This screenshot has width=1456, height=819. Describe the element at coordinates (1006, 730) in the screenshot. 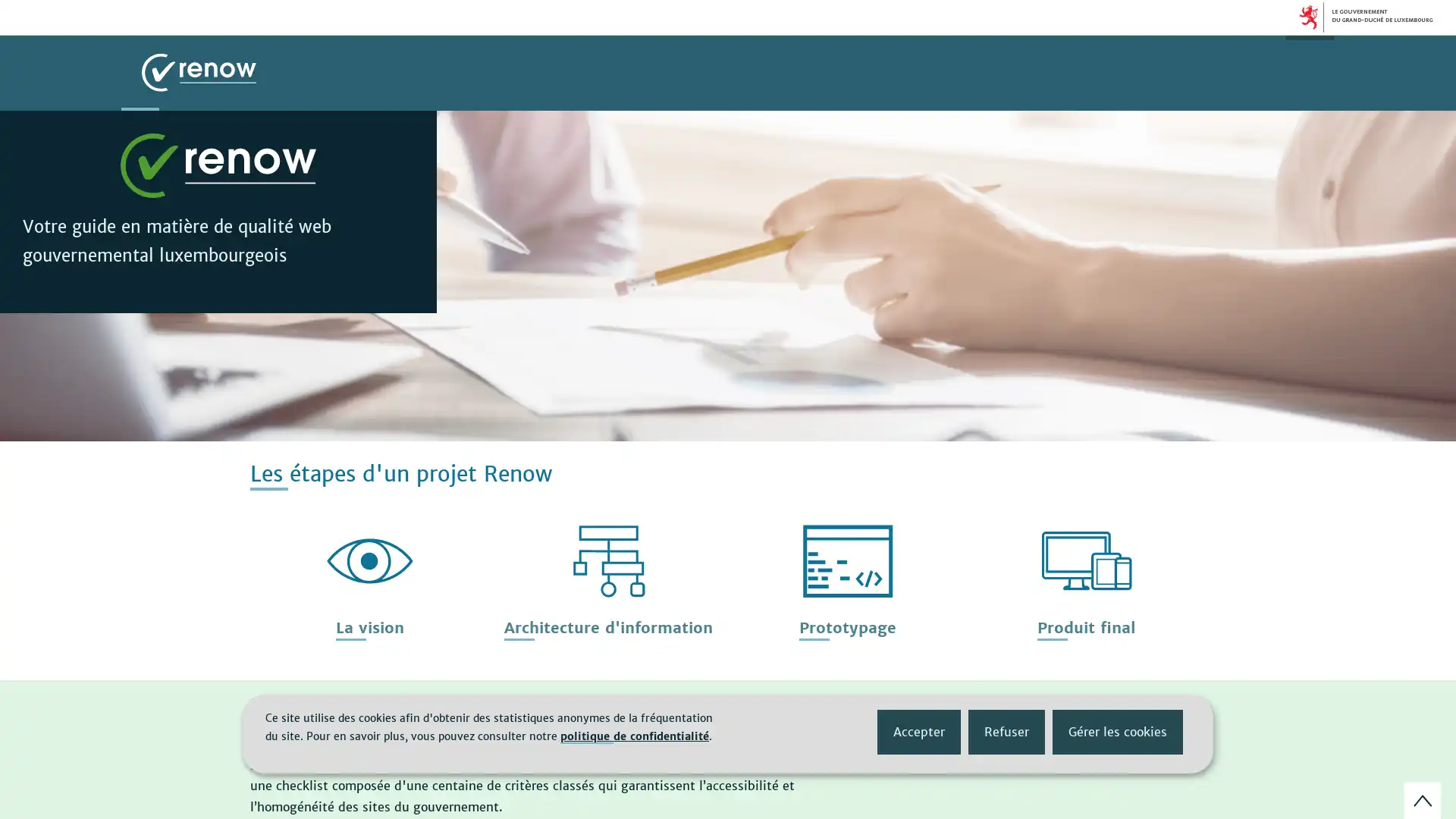

I see `Refuser` at that location.